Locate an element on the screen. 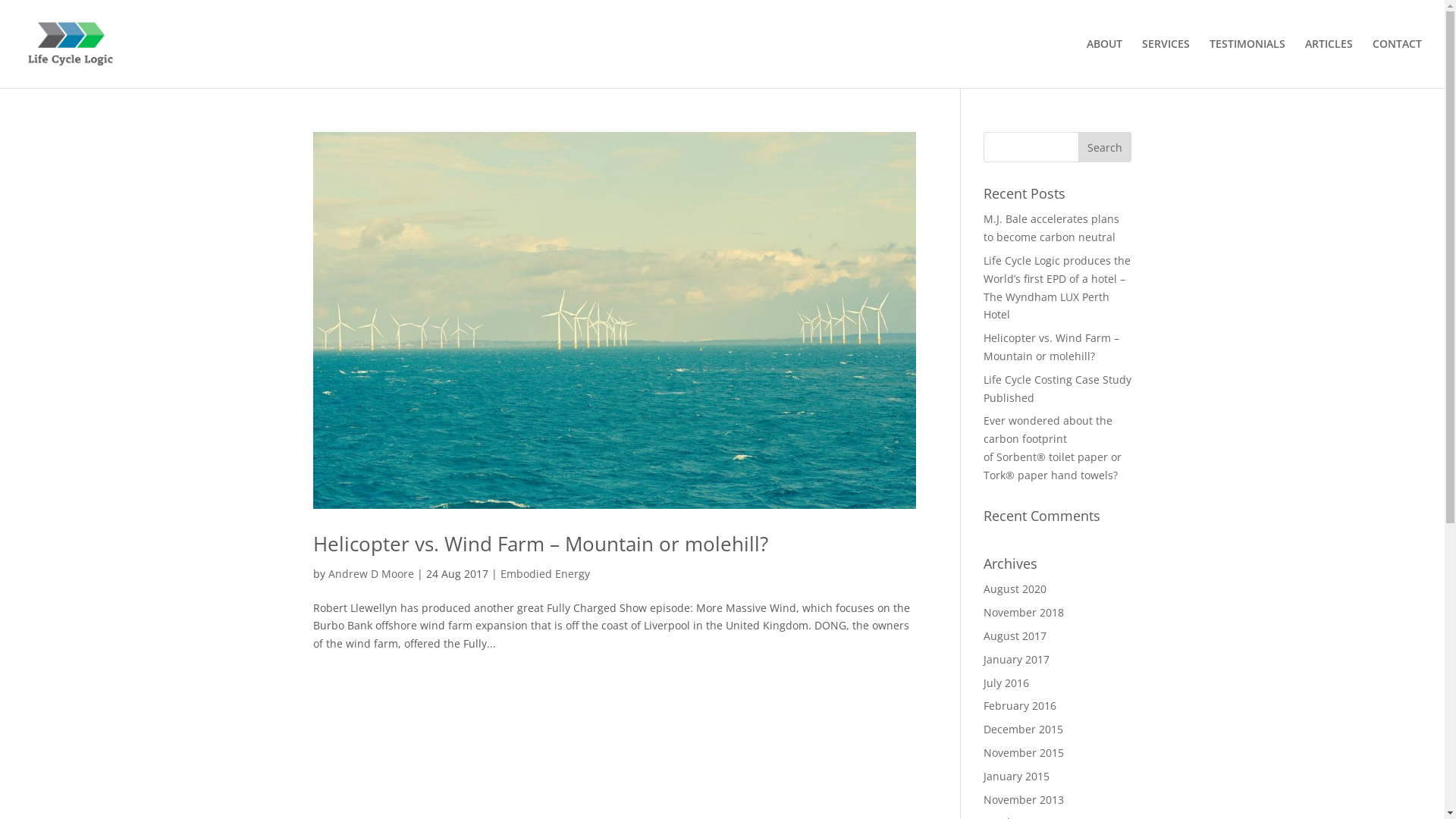  'TESTIMONIALS' is located at coordinates (1247, 62).